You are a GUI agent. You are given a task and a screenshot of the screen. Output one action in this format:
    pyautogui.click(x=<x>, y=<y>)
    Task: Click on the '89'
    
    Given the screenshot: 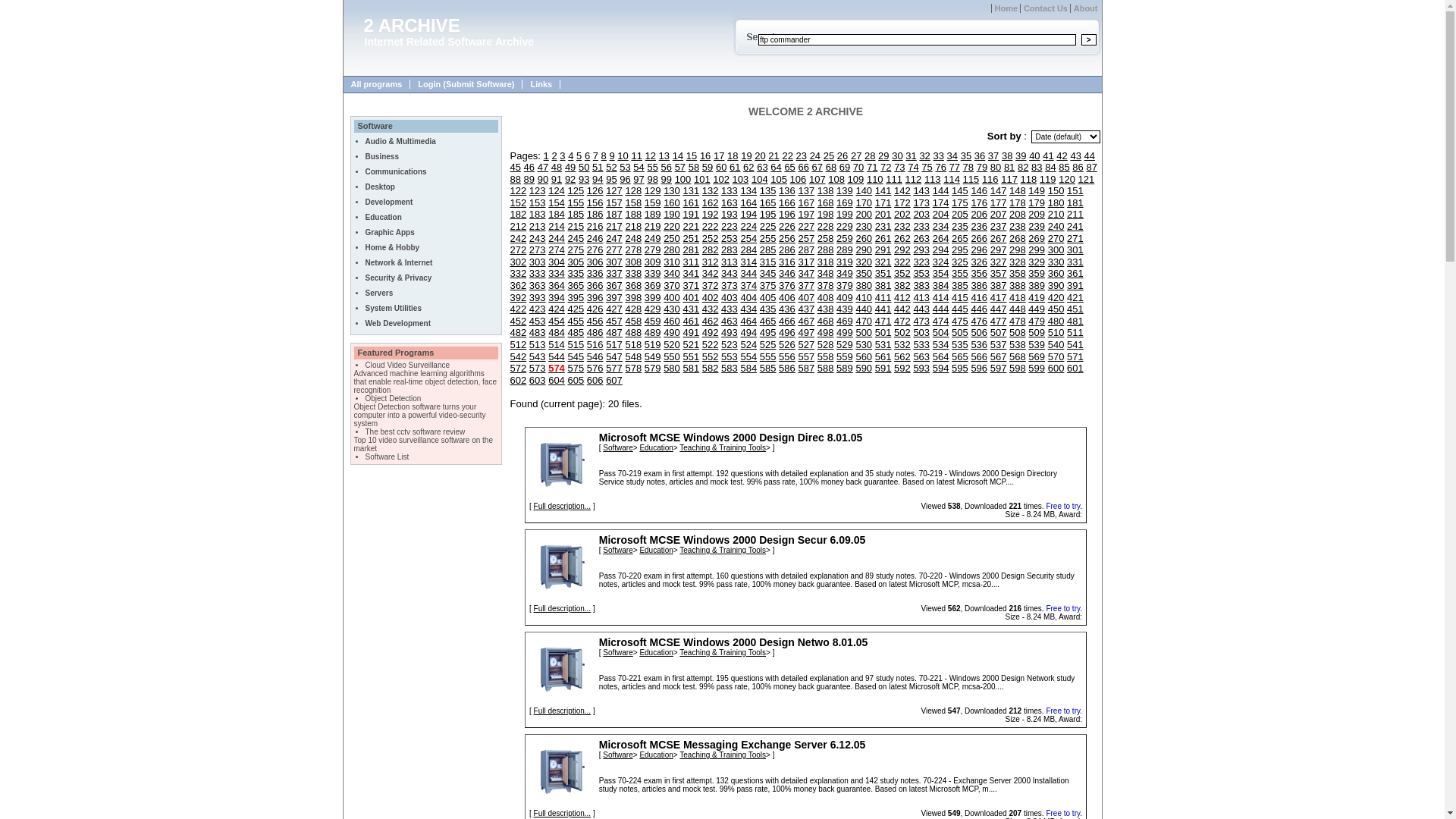 What is the action you would take?
    pyautogui.click(x=529, y=178)
    